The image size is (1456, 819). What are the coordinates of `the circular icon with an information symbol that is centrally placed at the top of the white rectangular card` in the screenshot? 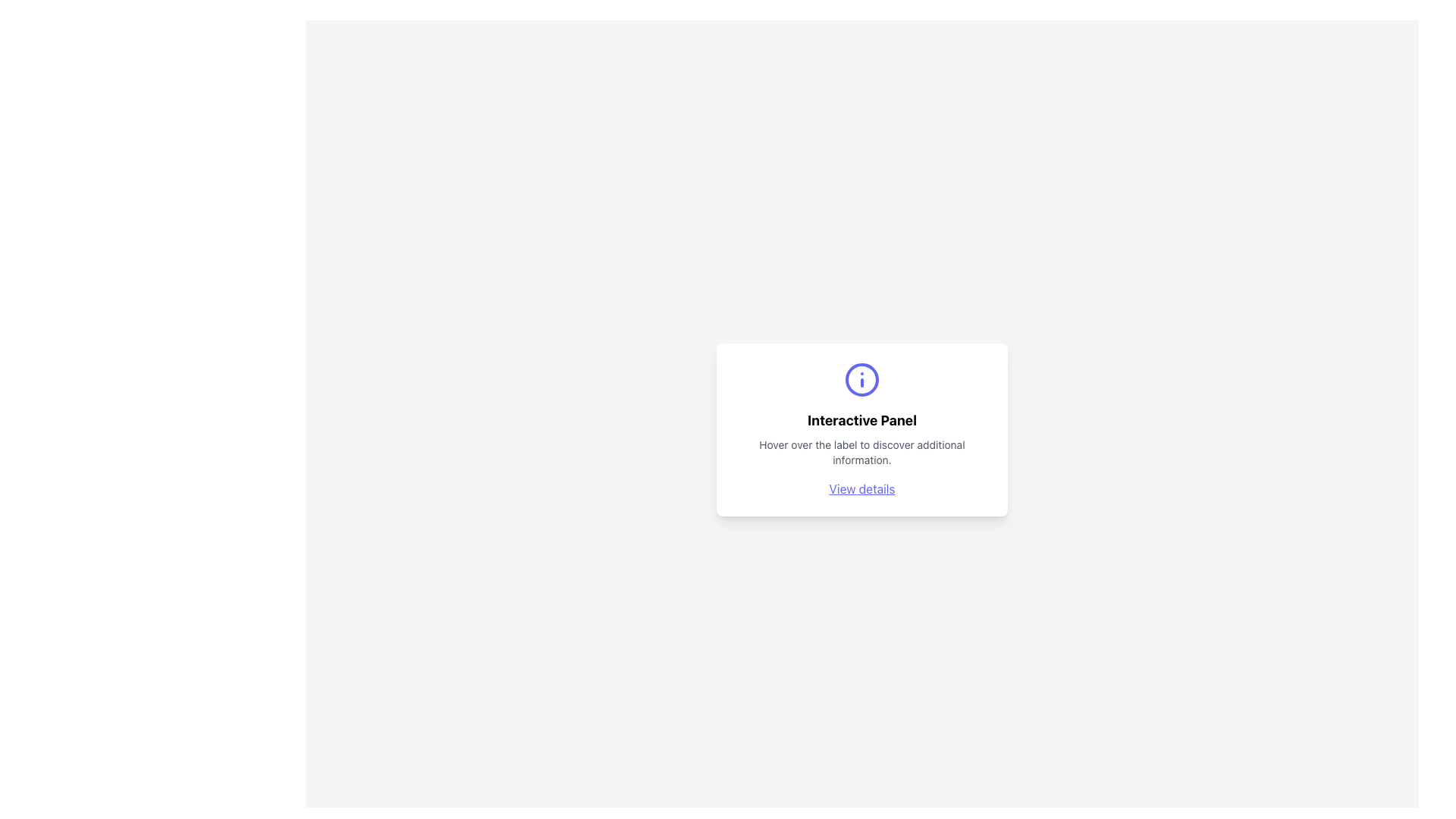 It's located at (862, 379).